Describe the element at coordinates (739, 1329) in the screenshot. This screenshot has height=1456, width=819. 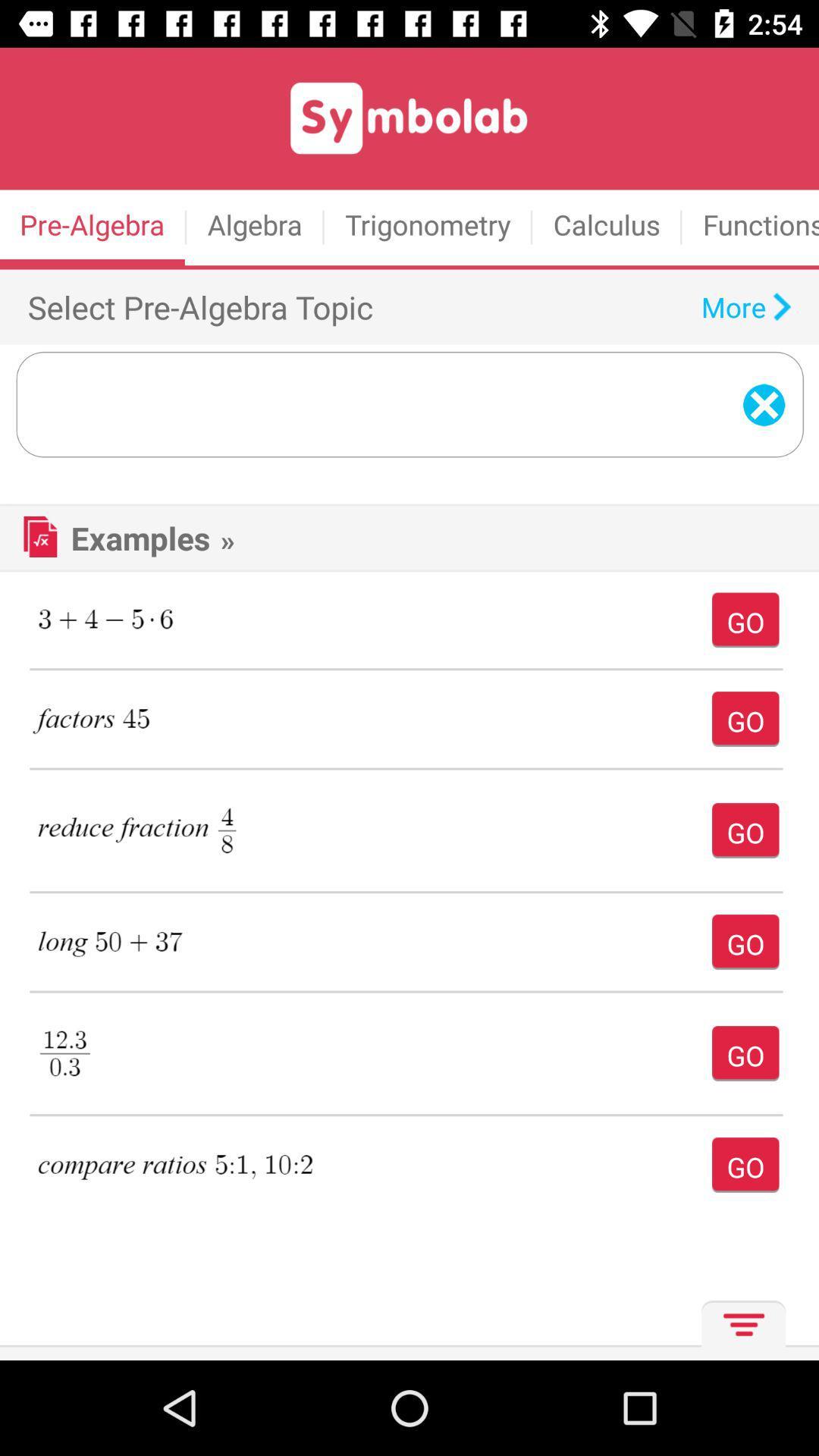
I see `the more icon` at that location.